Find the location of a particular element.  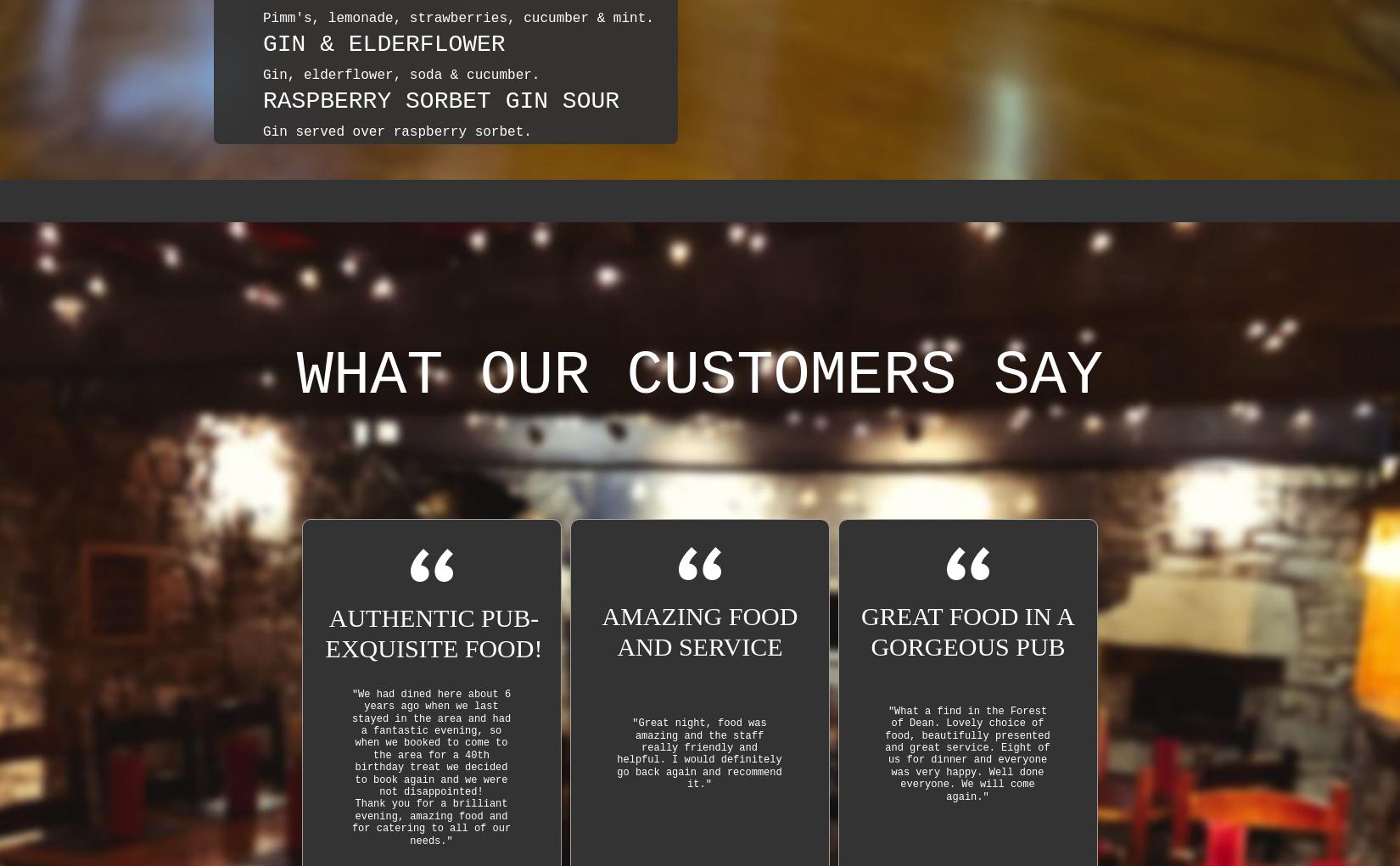

'"What a find in the Forest of Dean. Lovely choice of food, beautifully presented and great service. Eight of us for dinner and everyone was very happy. Well done everyone. We will come again."' is located at coordinates (966, 752).